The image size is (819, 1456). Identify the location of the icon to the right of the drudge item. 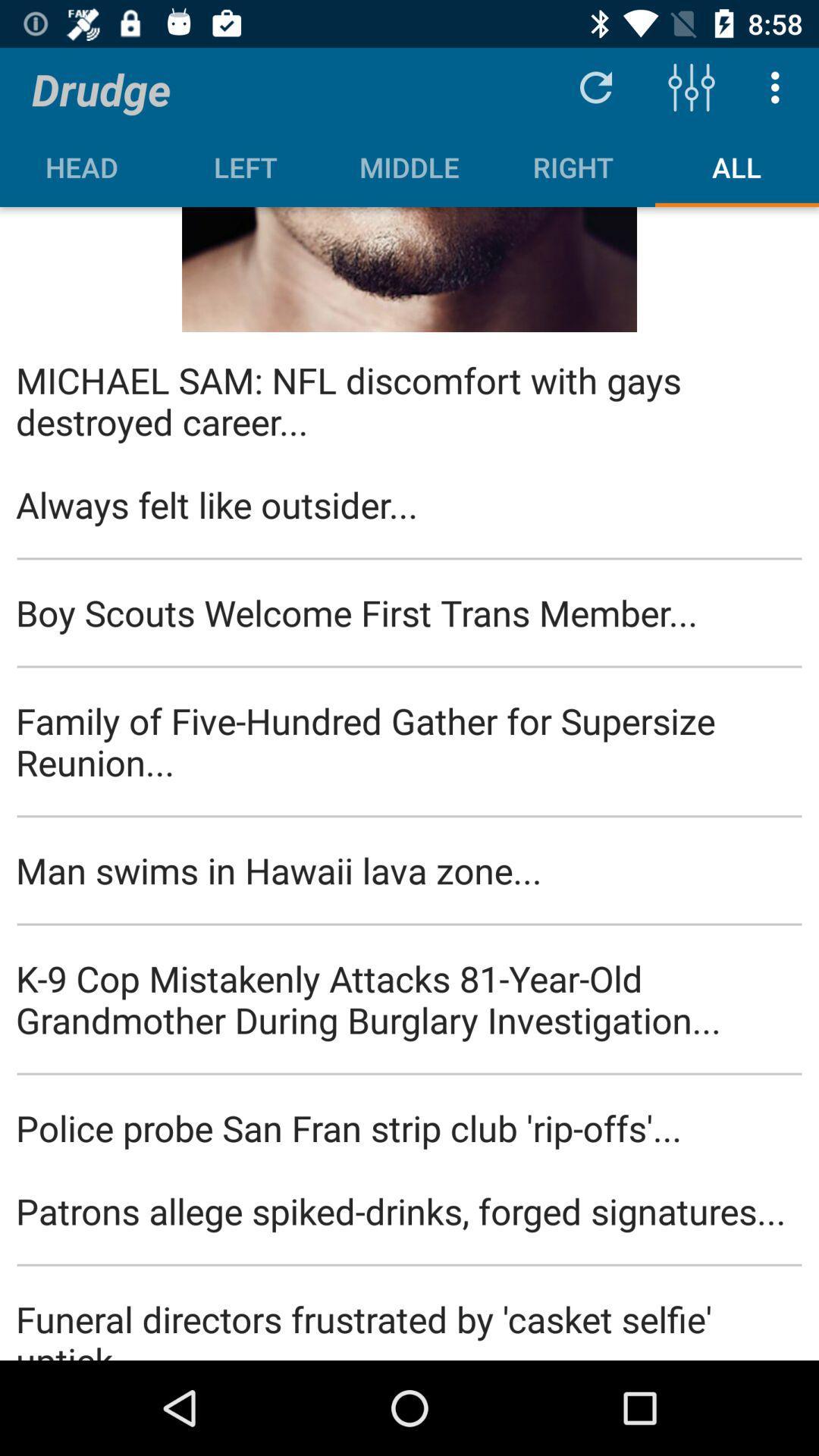
(595, 86).